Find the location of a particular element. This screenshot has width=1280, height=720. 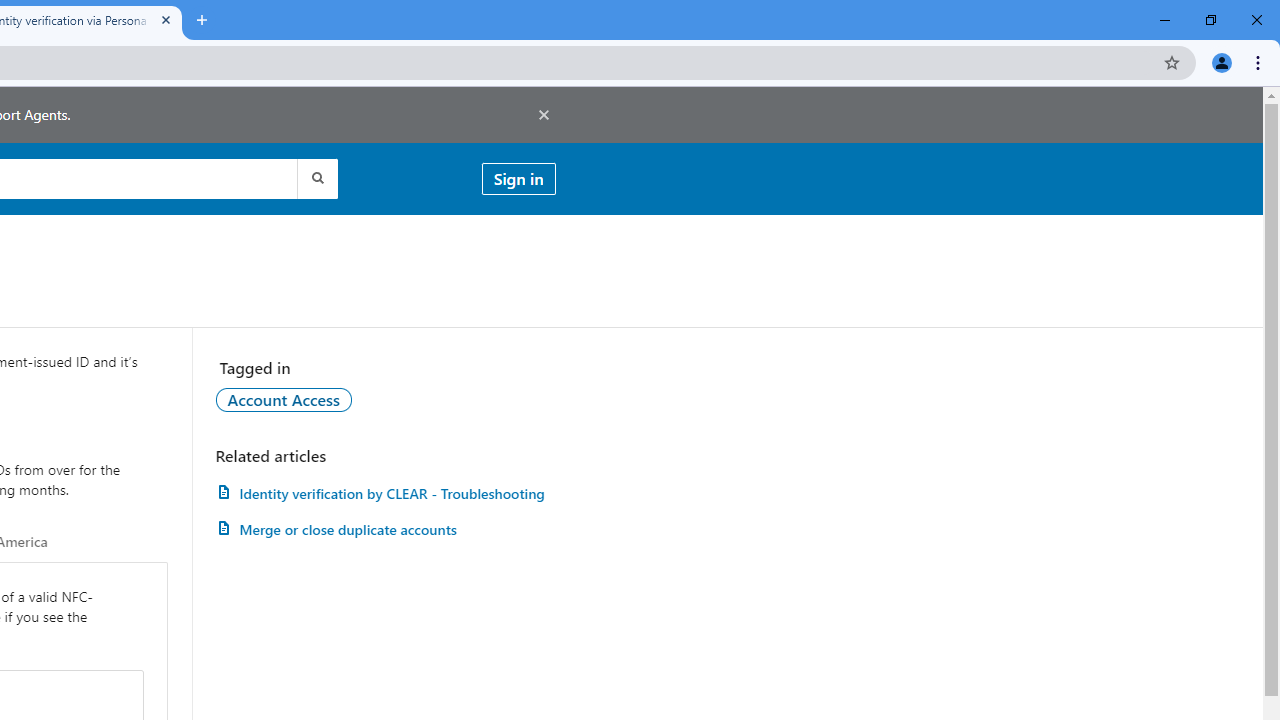

'AutomationID: article-link-a1457505' is located at coordinates (385, 493).